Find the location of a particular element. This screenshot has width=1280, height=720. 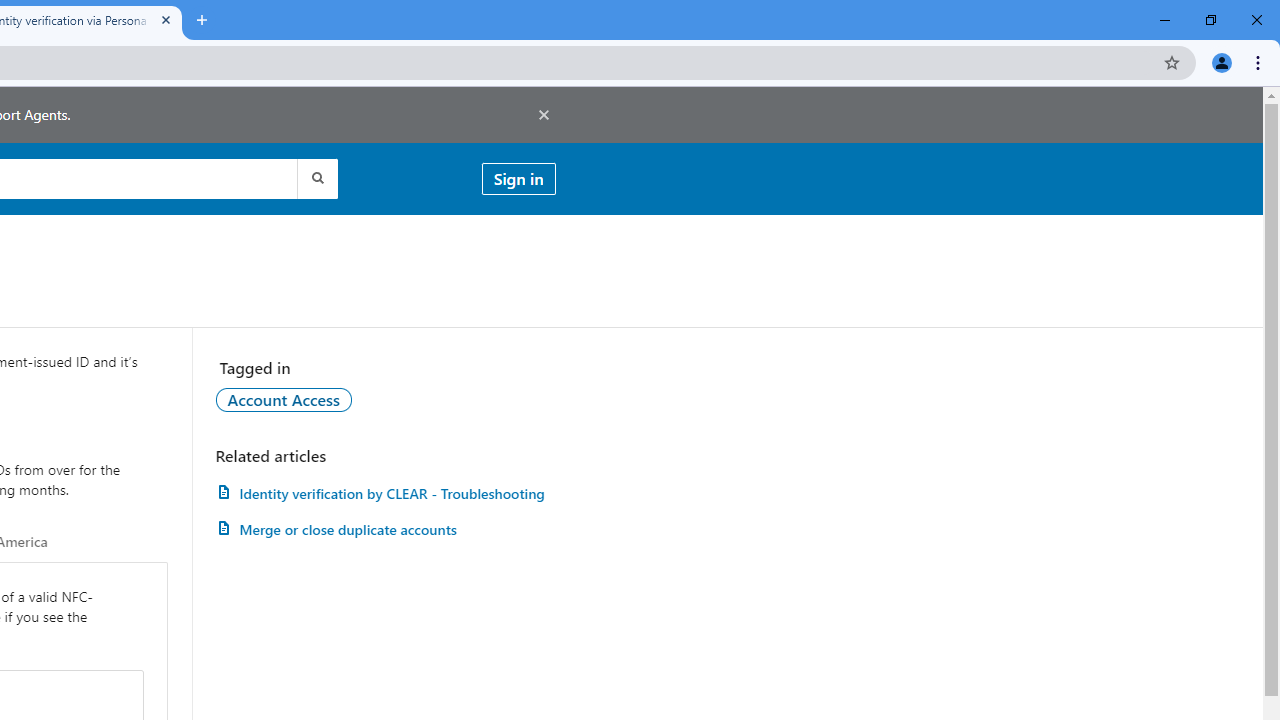

'AutomationID: article-link-a1457505' is located at coordinates (385, 493).